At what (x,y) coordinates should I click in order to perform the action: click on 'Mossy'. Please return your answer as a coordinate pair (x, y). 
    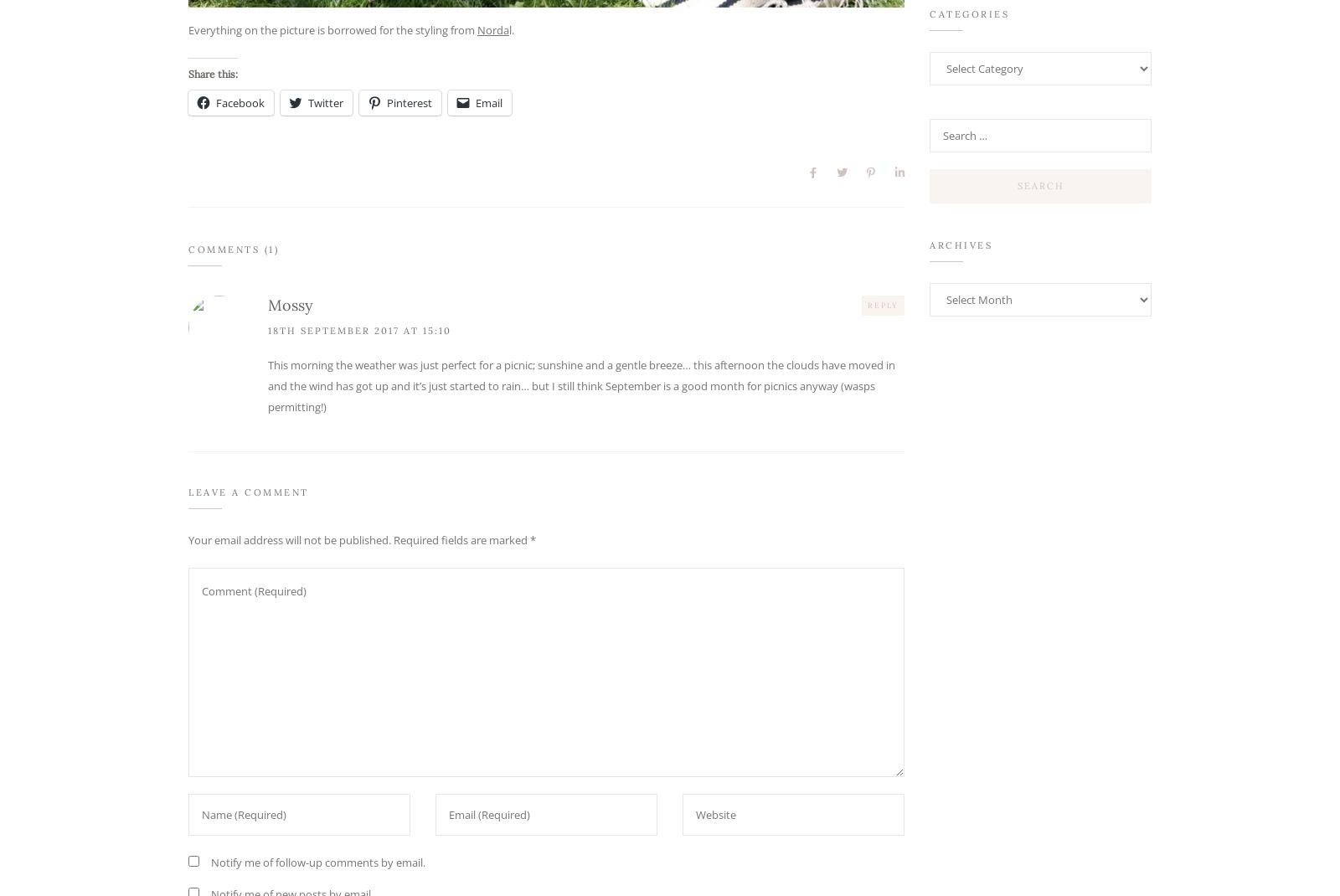
    Looking at the image, I should click on (268, 304).